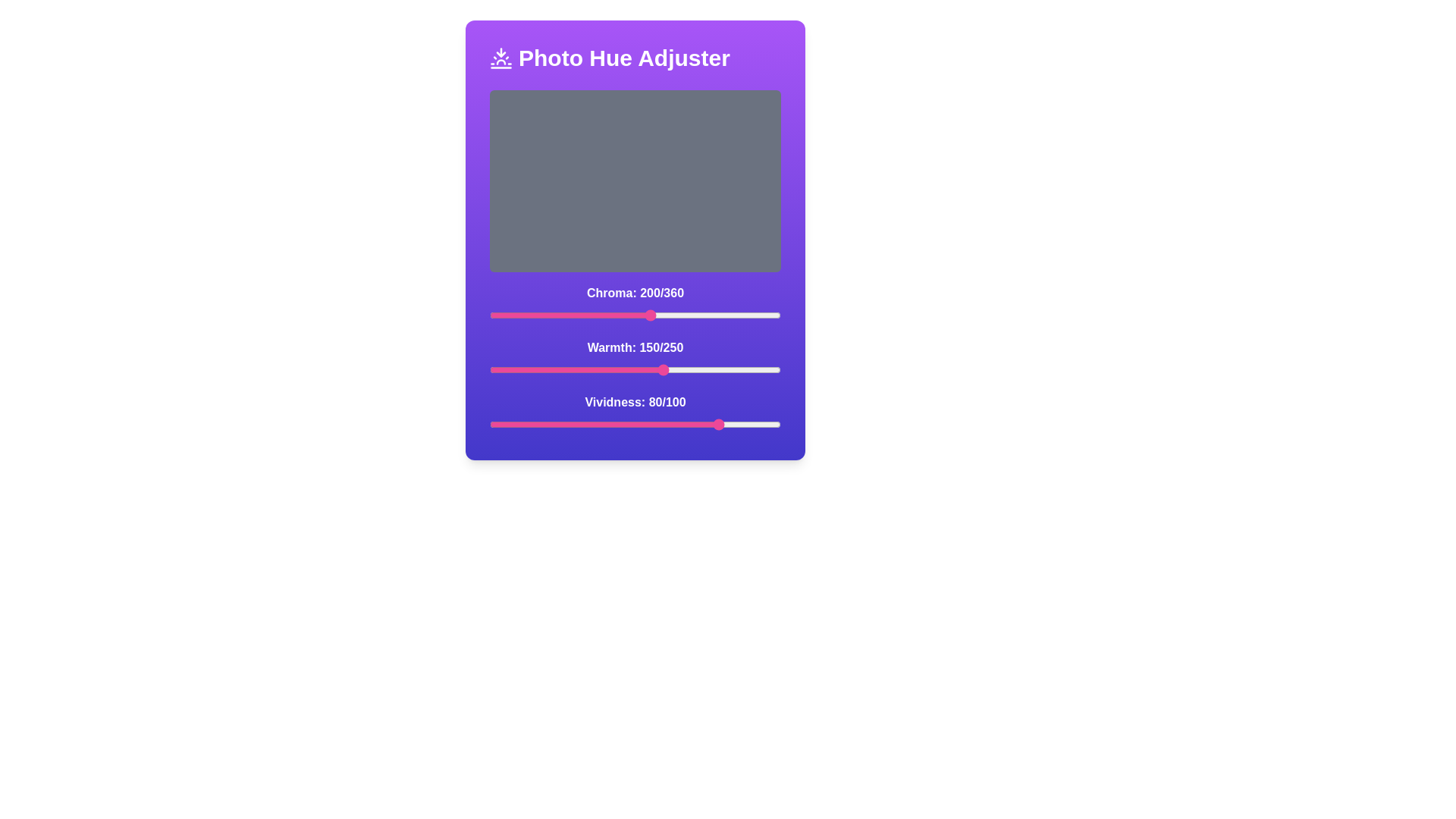  What do you see at coordinates (576, 370) in the screenshot?
I see `the warmth slider to 75 value` at bounding box center [576, 370].